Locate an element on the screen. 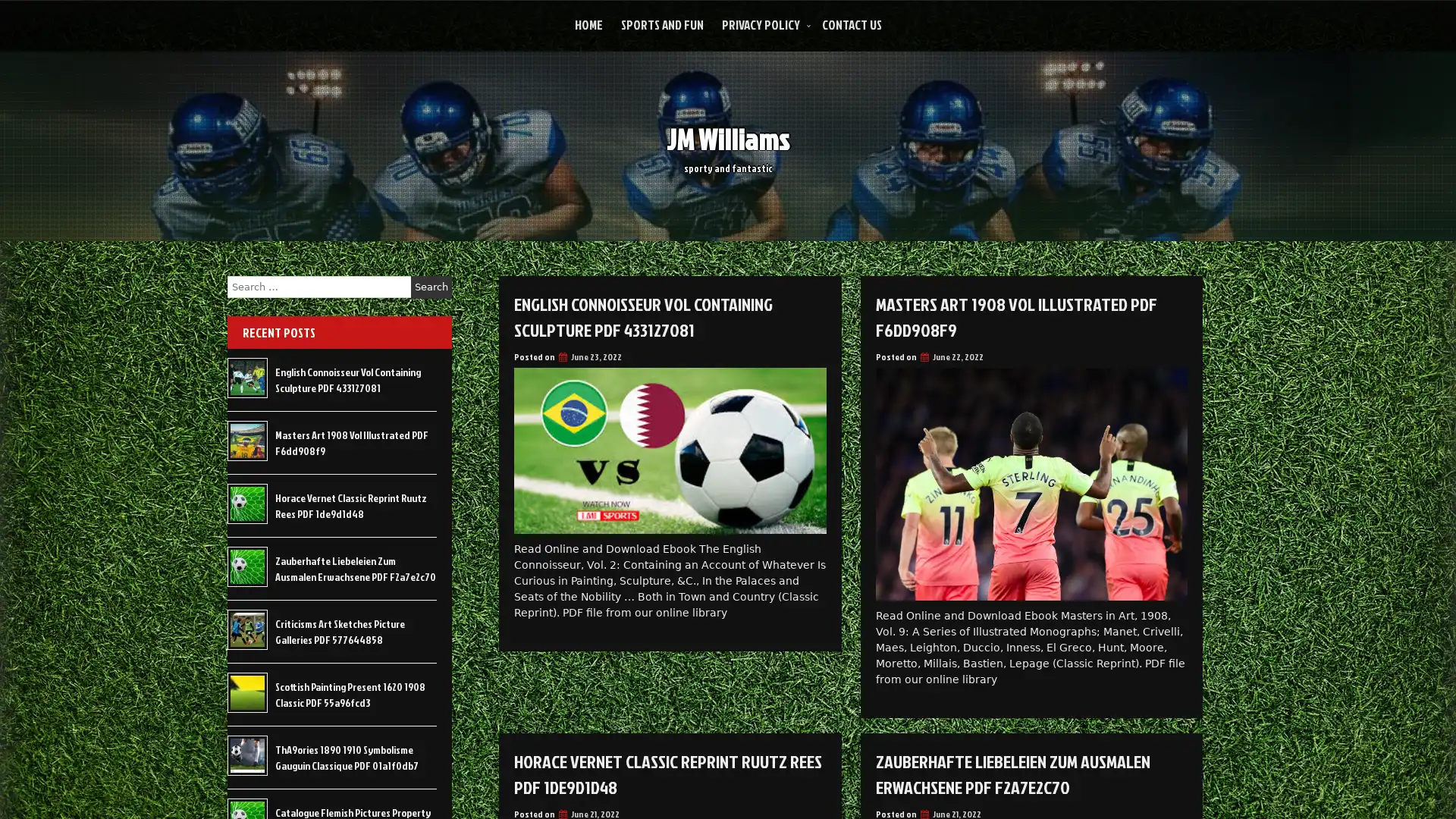 The image size is (1456, 819). Search is located at coordinates (431, 287).